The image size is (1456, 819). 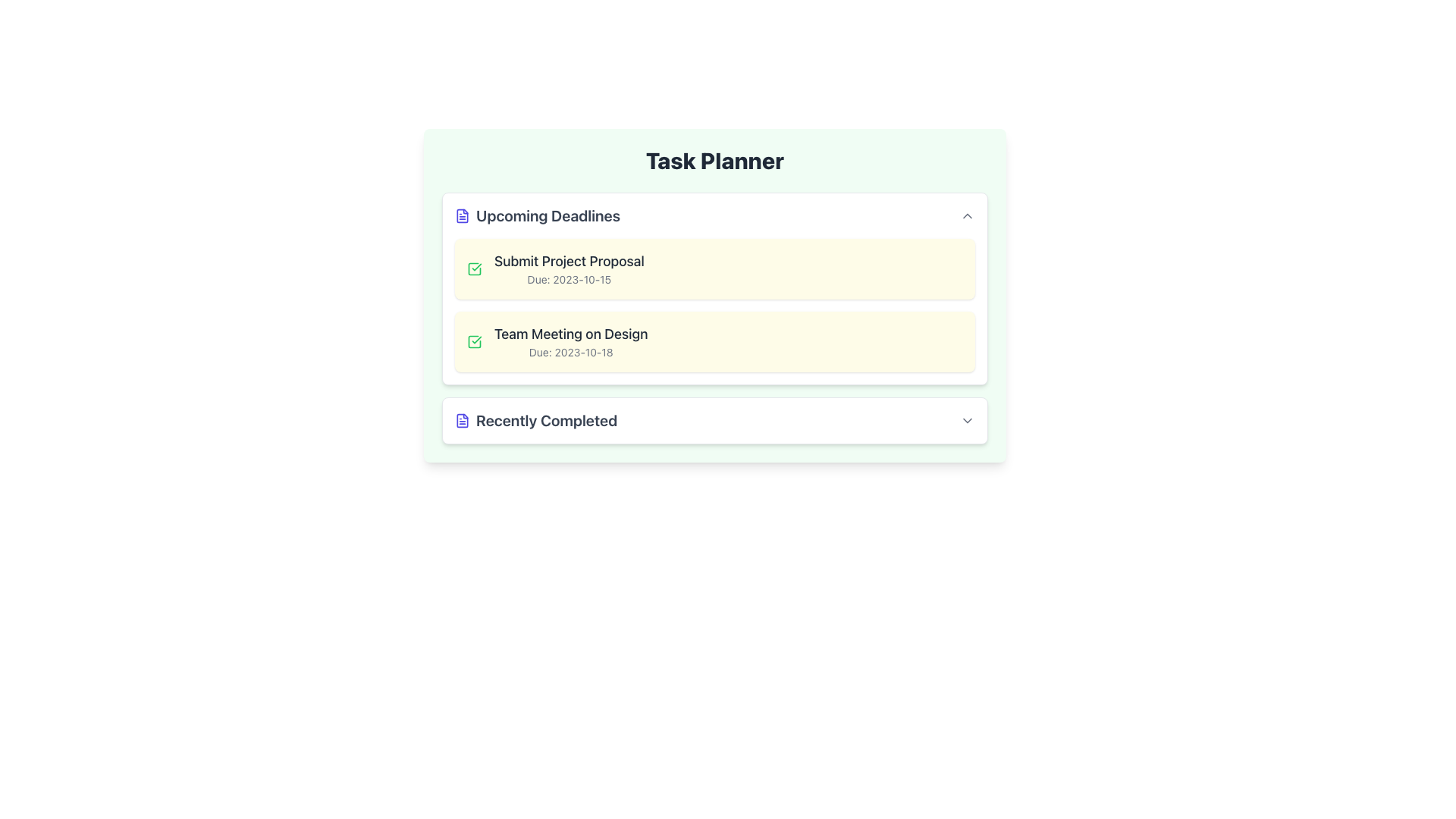 I want to click on the downward-pointing chevron icon located at the far right of the 'Recently Completed' section, so click(x=967, y=421).